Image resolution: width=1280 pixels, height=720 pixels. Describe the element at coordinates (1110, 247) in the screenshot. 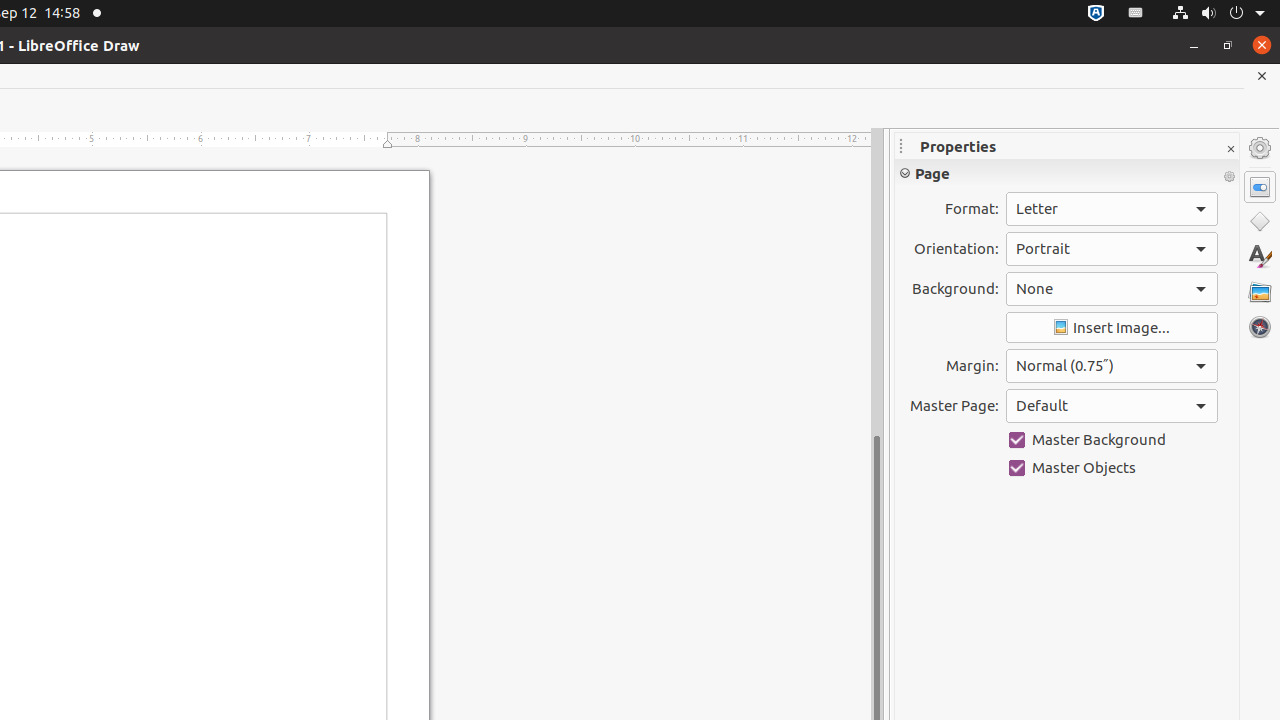

I see `'Orientation:'` at that location.